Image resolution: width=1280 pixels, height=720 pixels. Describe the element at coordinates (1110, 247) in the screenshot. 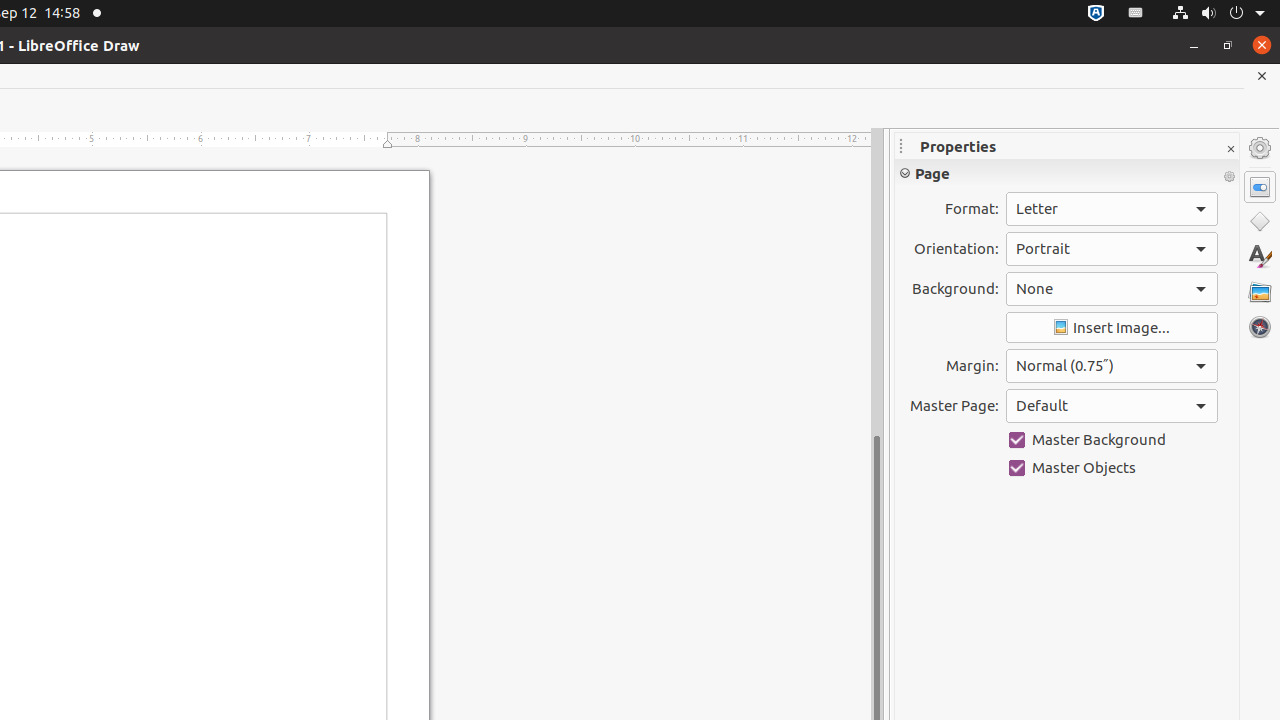

I see `'Orientation:'` at that location.